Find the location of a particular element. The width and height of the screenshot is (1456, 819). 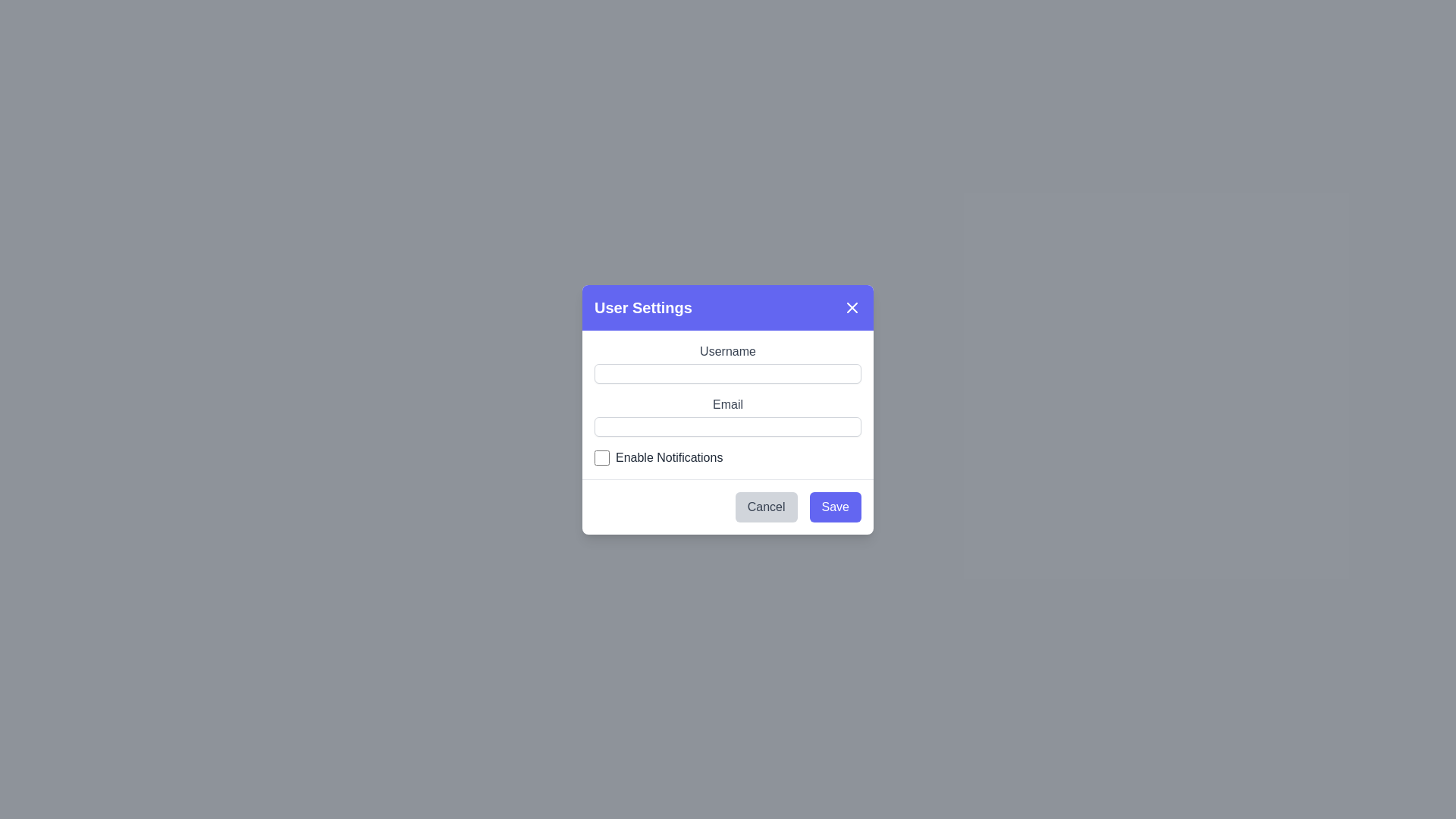

the 'Enable Notifications' label, which is styled in dark gray and positioned next to the checkbox in the user settings modal is located at coordinates (668, 457).